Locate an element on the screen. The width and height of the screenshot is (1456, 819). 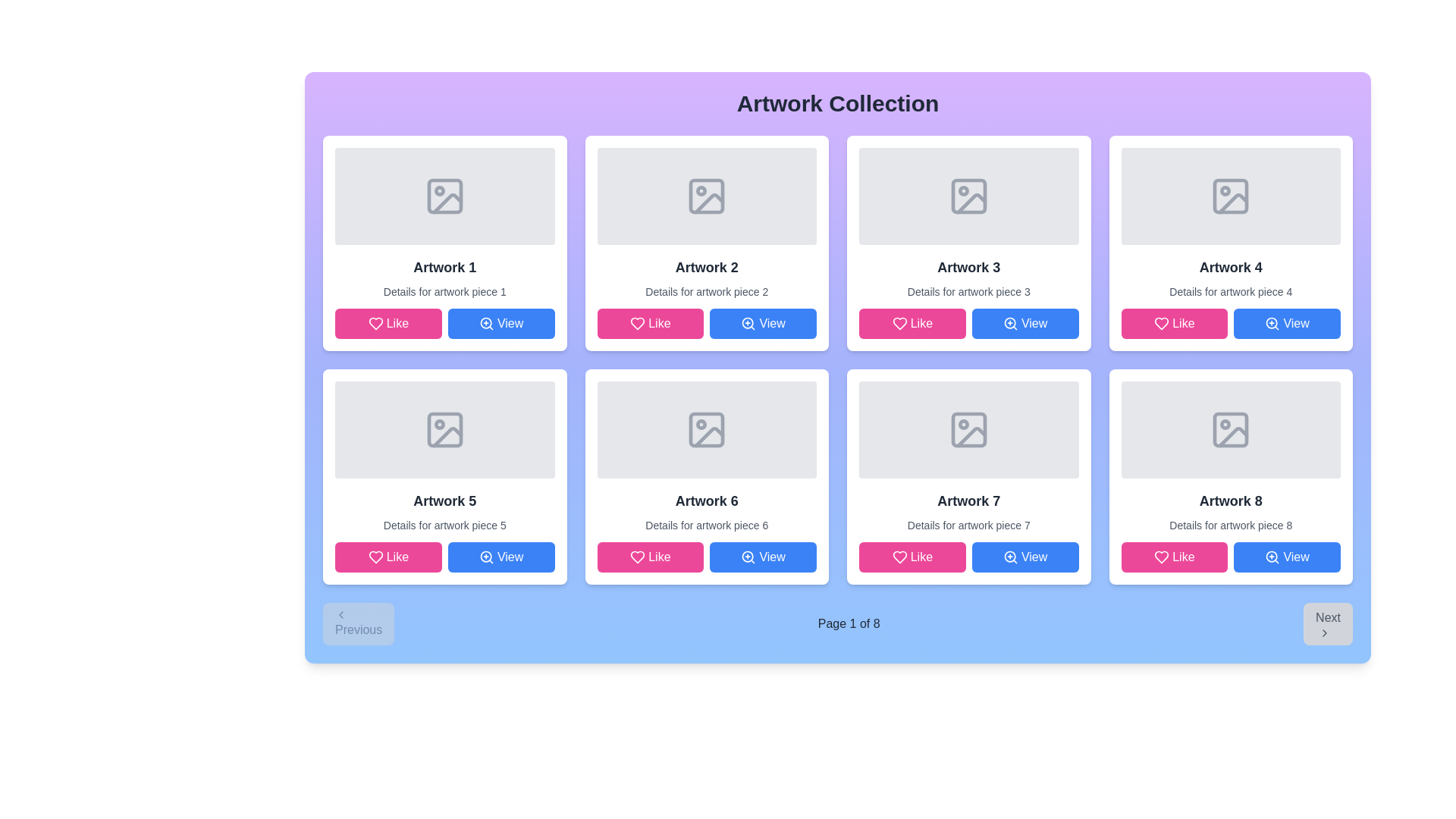
the static text label located in the first column of the second row of the artwork grid, which provides additional descriptive information about the associated artwork item is located at coordinates (444, 525).